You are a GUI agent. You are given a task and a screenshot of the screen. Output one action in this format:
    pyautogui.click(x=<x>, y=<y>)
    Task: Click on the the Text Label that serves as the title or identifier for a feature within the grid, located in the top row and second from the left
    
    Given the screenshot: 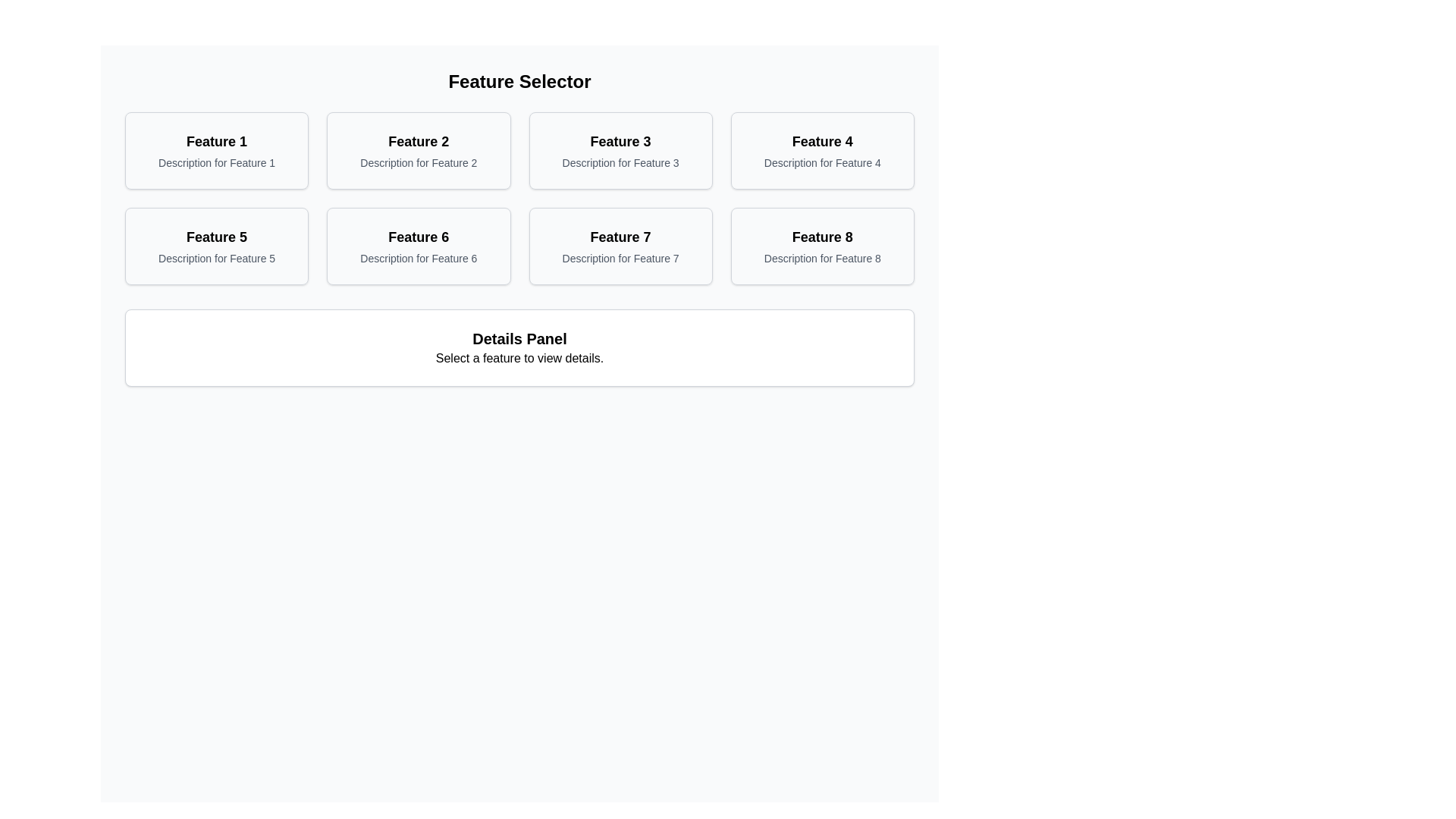 What is the action you would take?
    pyautogui.click(x=419, y=141)
    